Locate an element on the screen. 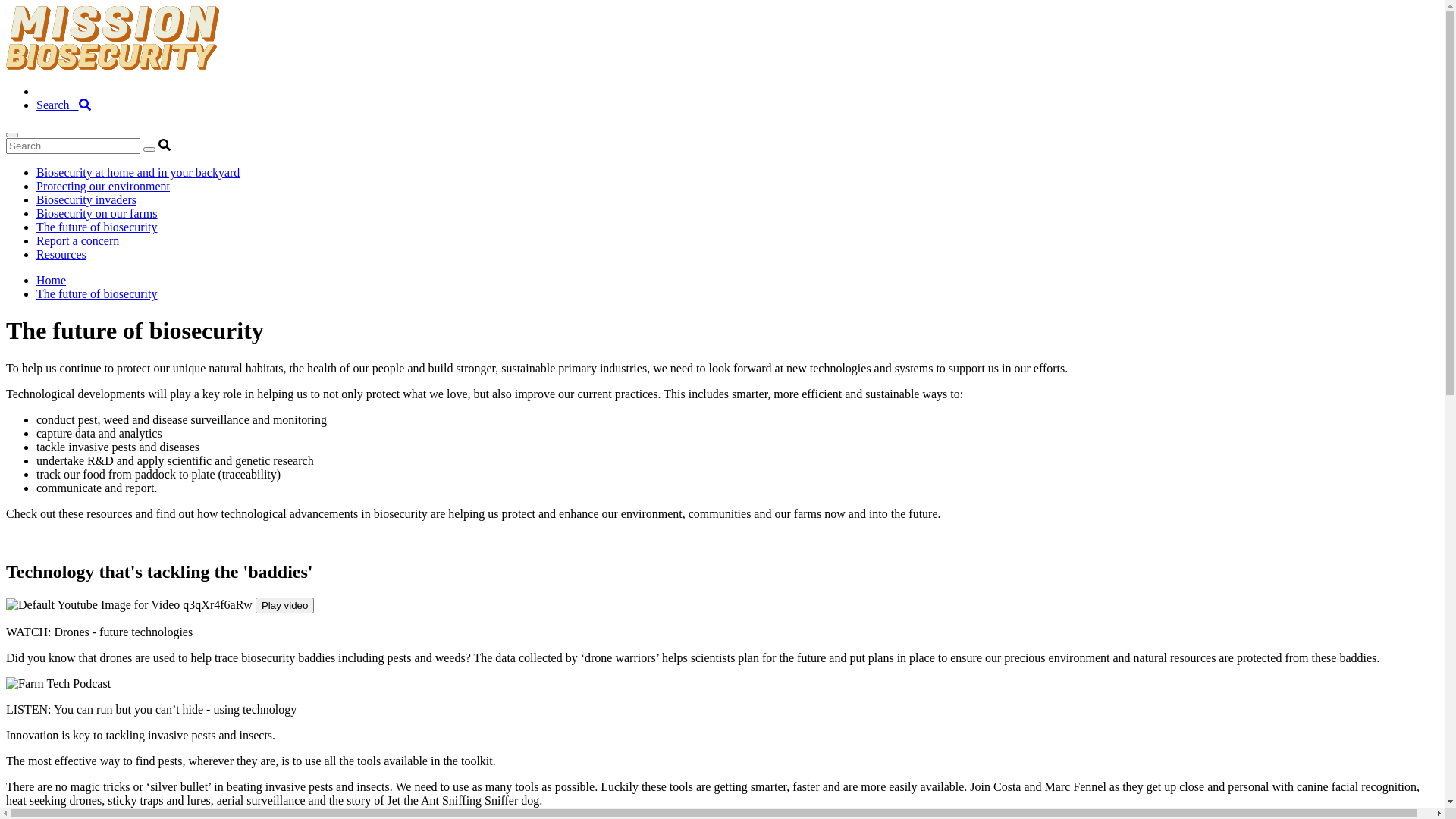 The image size is (1456, 819). 'Play video' is located at coordinates (284, 604).